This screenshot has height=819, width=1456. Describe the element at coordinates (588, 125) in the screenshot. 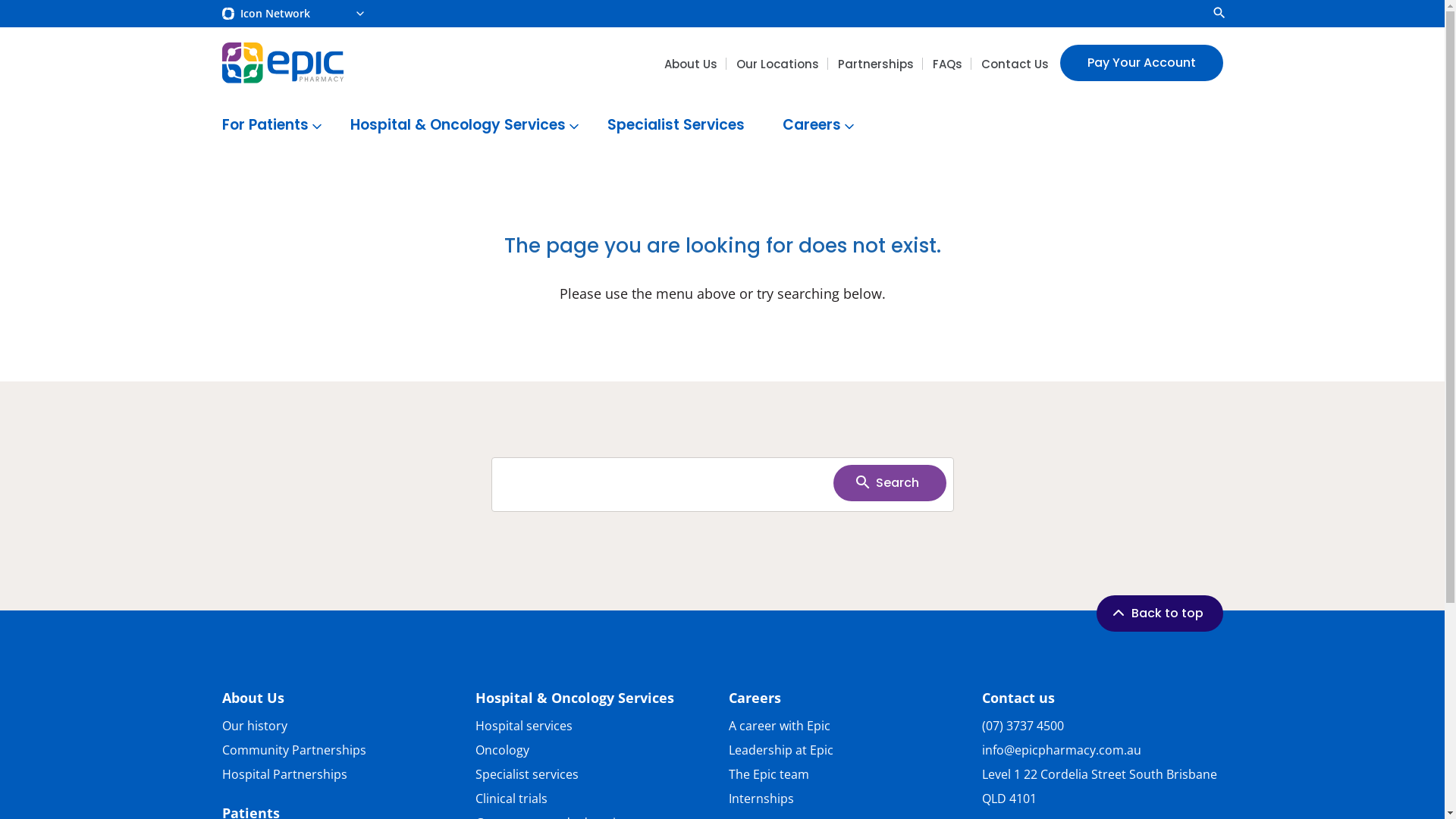

I see `'Specialist Services'` at that location.